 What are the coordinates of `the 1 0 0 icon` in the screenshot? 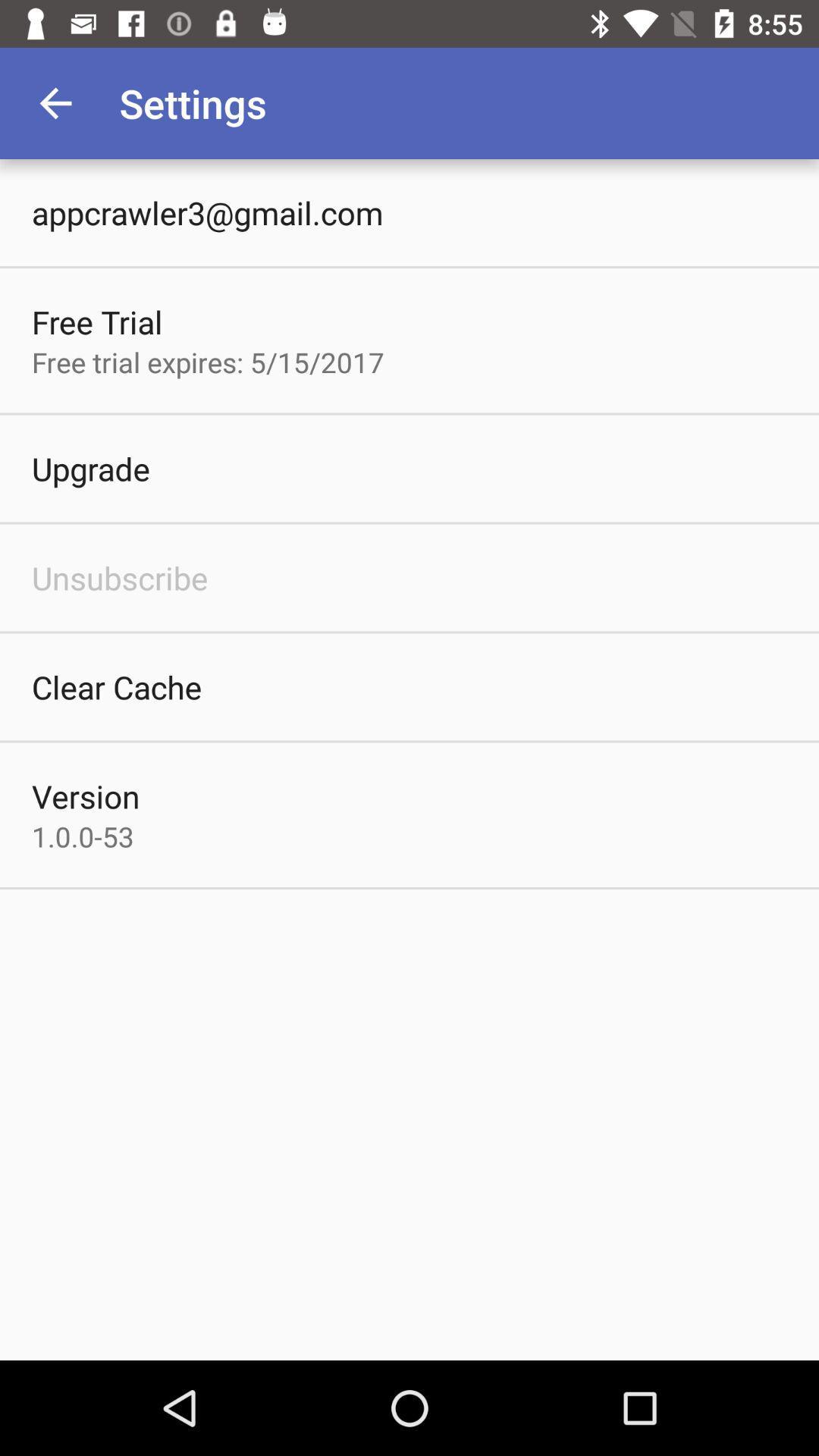 It's located at (83, 836).